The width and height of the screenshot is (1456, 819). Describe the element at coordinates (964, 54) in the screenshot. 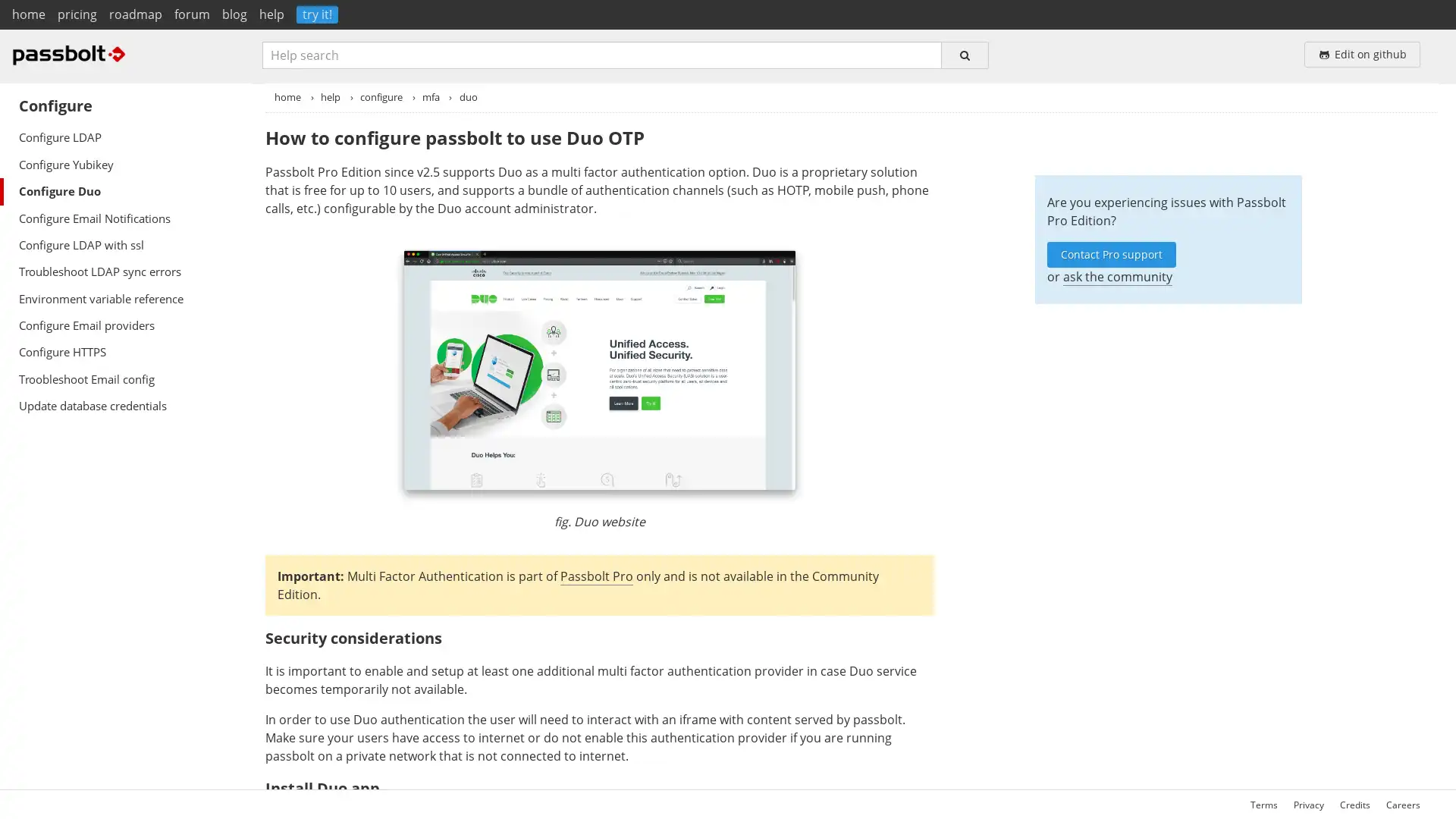

I see `search` at that location.